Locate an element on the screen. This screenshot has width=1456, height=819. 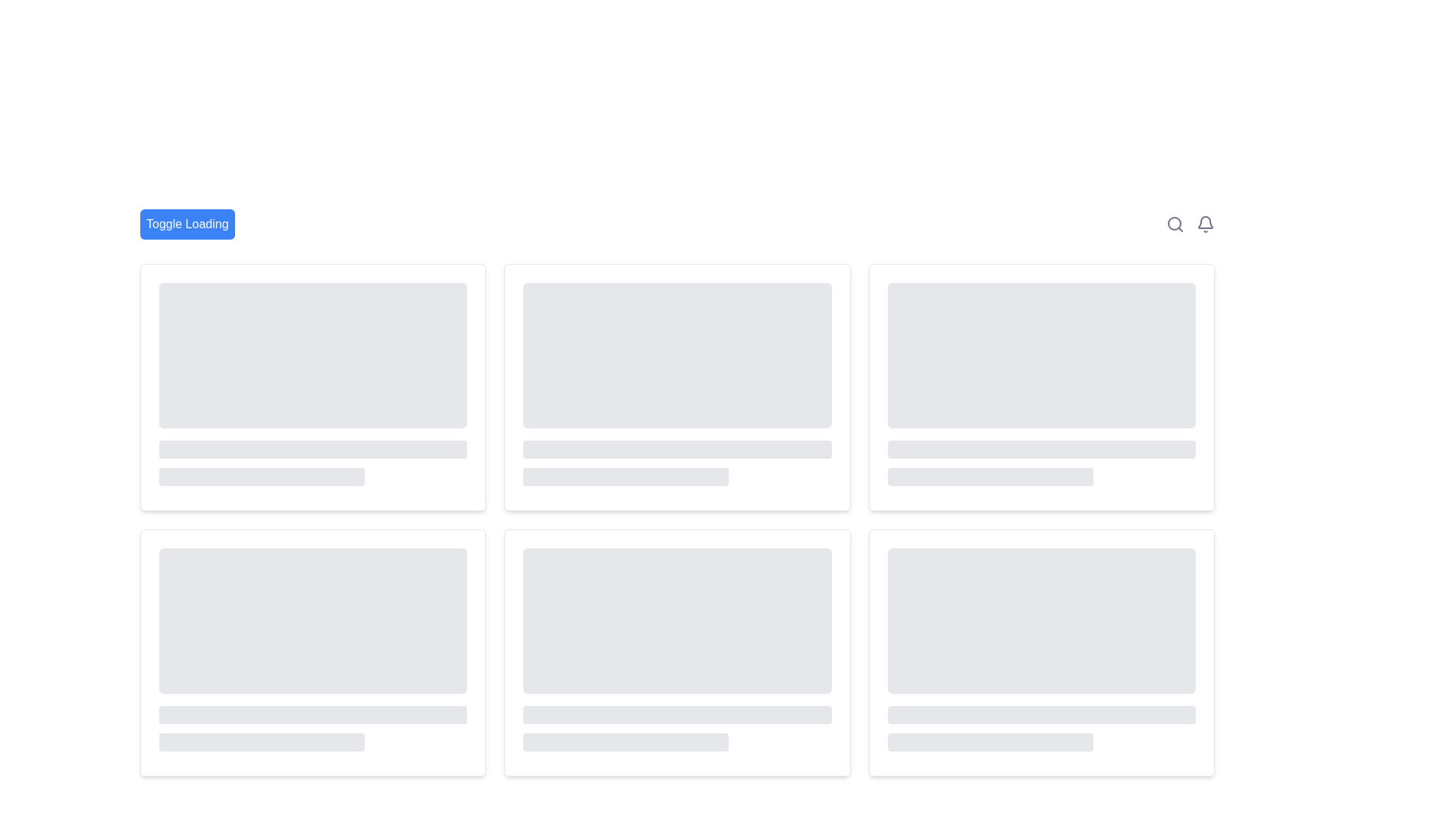
the loading placeholder composite component located in the upper-left corner of a grid layout once the content is loaded is located at coordinates (312, 383).